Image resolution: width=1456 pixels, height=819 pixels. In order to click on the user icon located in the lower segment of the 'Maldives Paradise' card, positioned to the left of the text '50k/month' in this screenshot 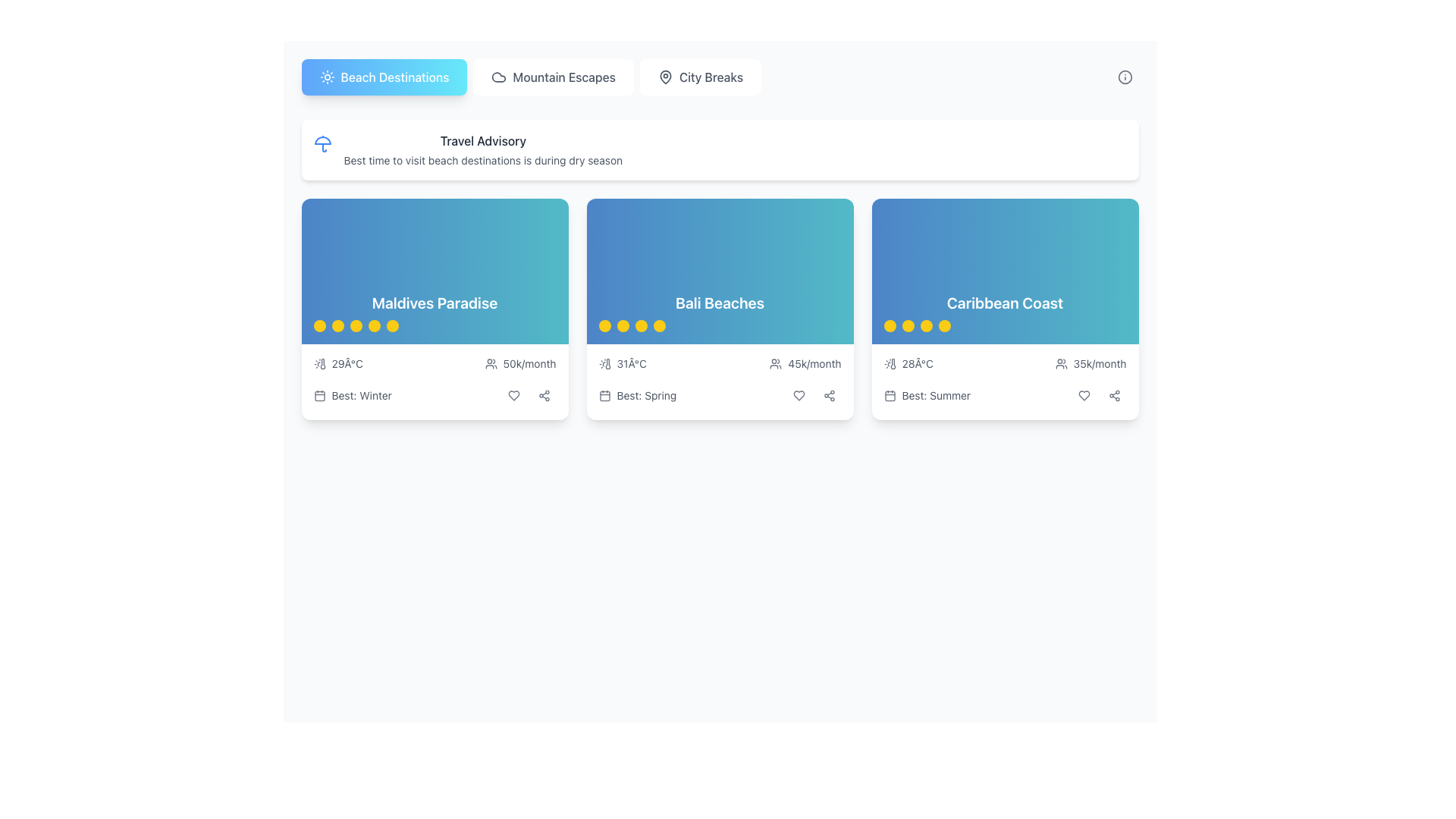, I will do `click(491, 363)`.